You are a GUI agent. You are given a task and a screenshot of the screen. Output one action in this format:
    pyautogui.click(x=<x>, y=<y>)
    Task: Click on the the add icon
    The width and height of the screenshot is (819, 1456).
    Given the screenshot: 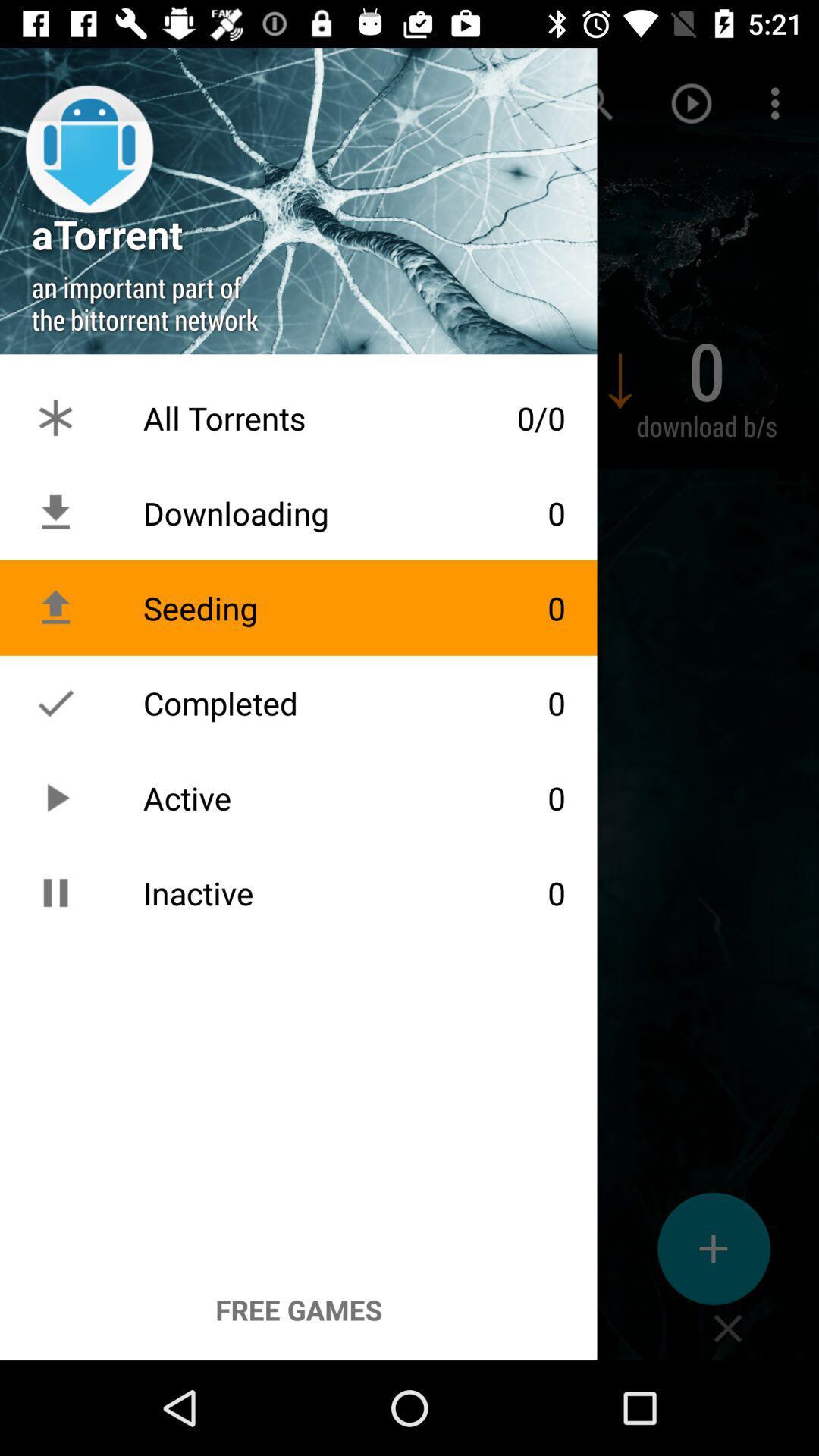 What is the action you would take?
    pyautogui.click(x=714, y=1254)
    